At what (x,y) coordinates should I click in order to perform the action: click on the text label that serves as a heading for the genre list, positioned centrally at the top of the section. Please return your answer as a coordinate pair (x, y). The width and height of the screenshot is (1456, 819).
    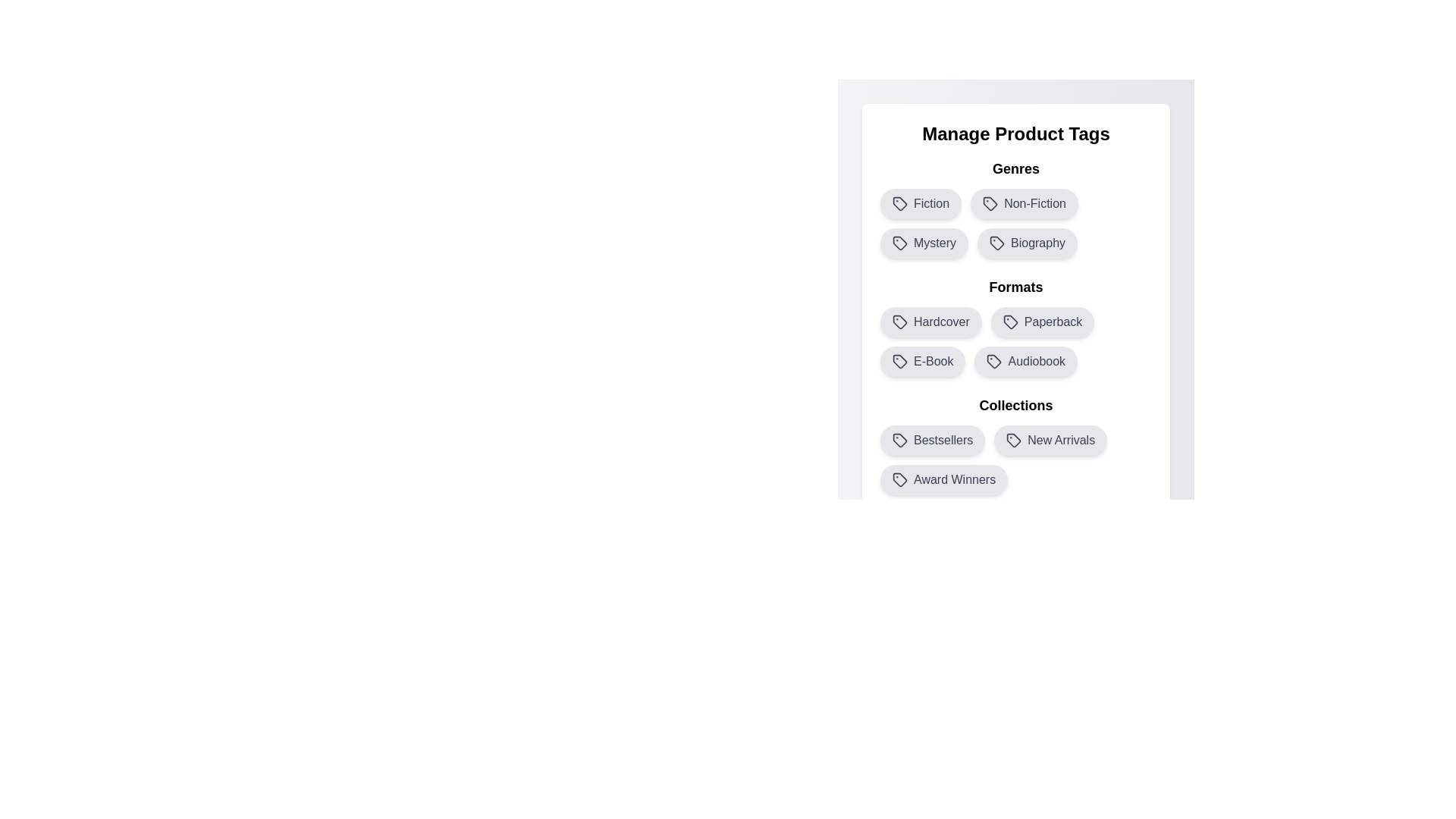
    Looking at the image, I should click on (1015, 169).